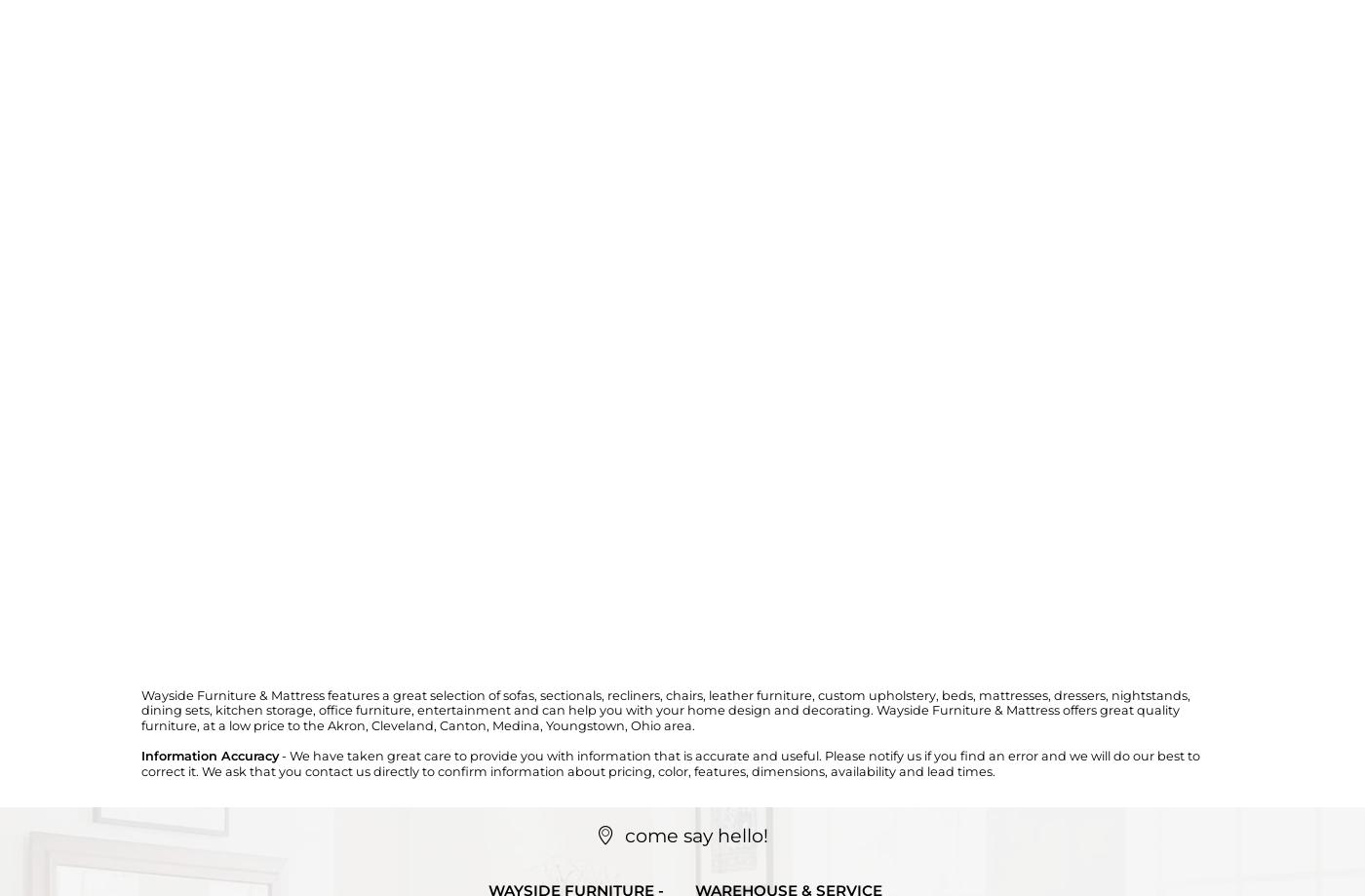  I want to click on 'Surya', so click(401, 223).